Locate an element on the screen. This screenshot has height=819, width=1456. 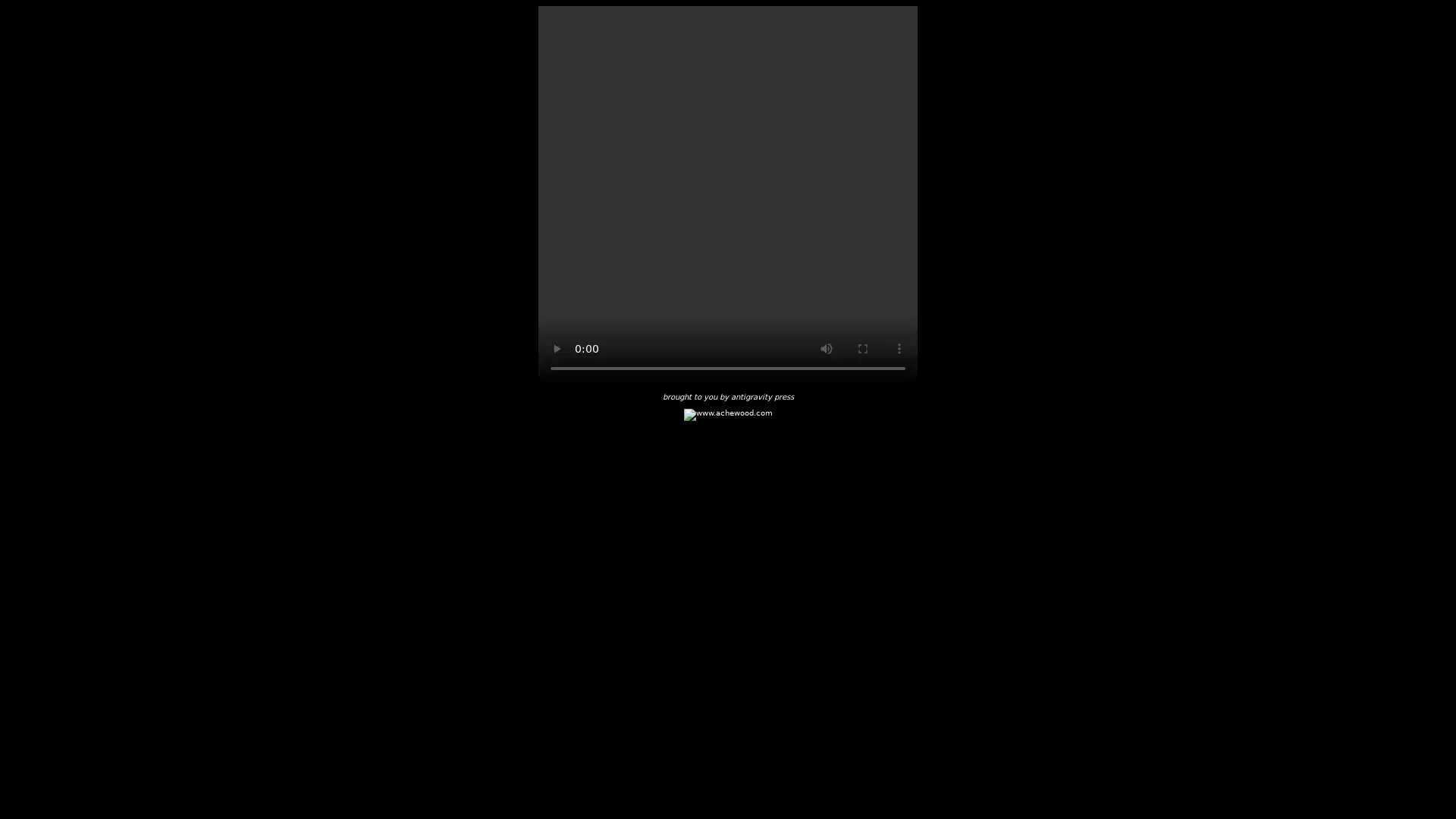
play is located at coordinates (556, 348).